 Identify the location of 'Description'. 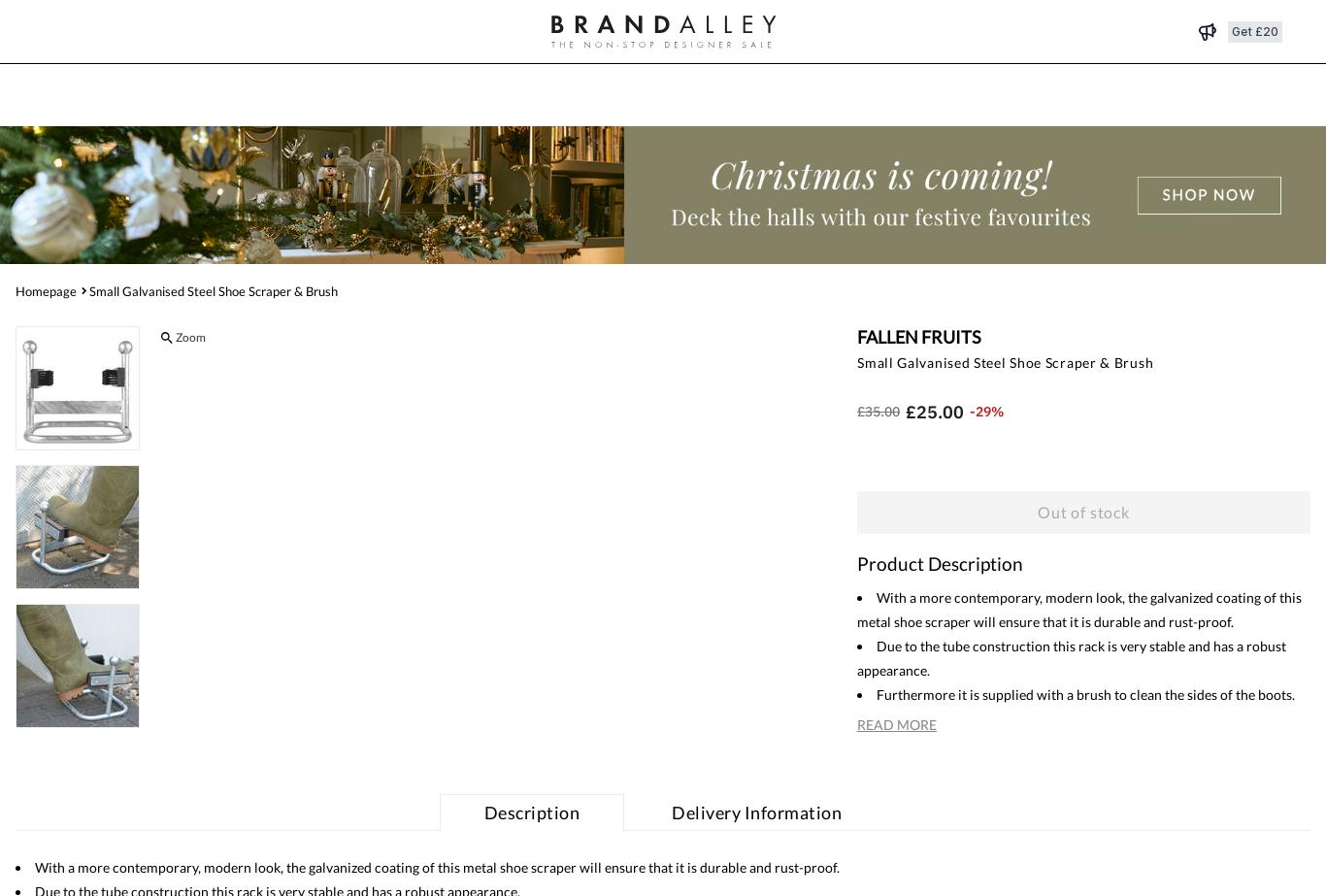
(531, 810).